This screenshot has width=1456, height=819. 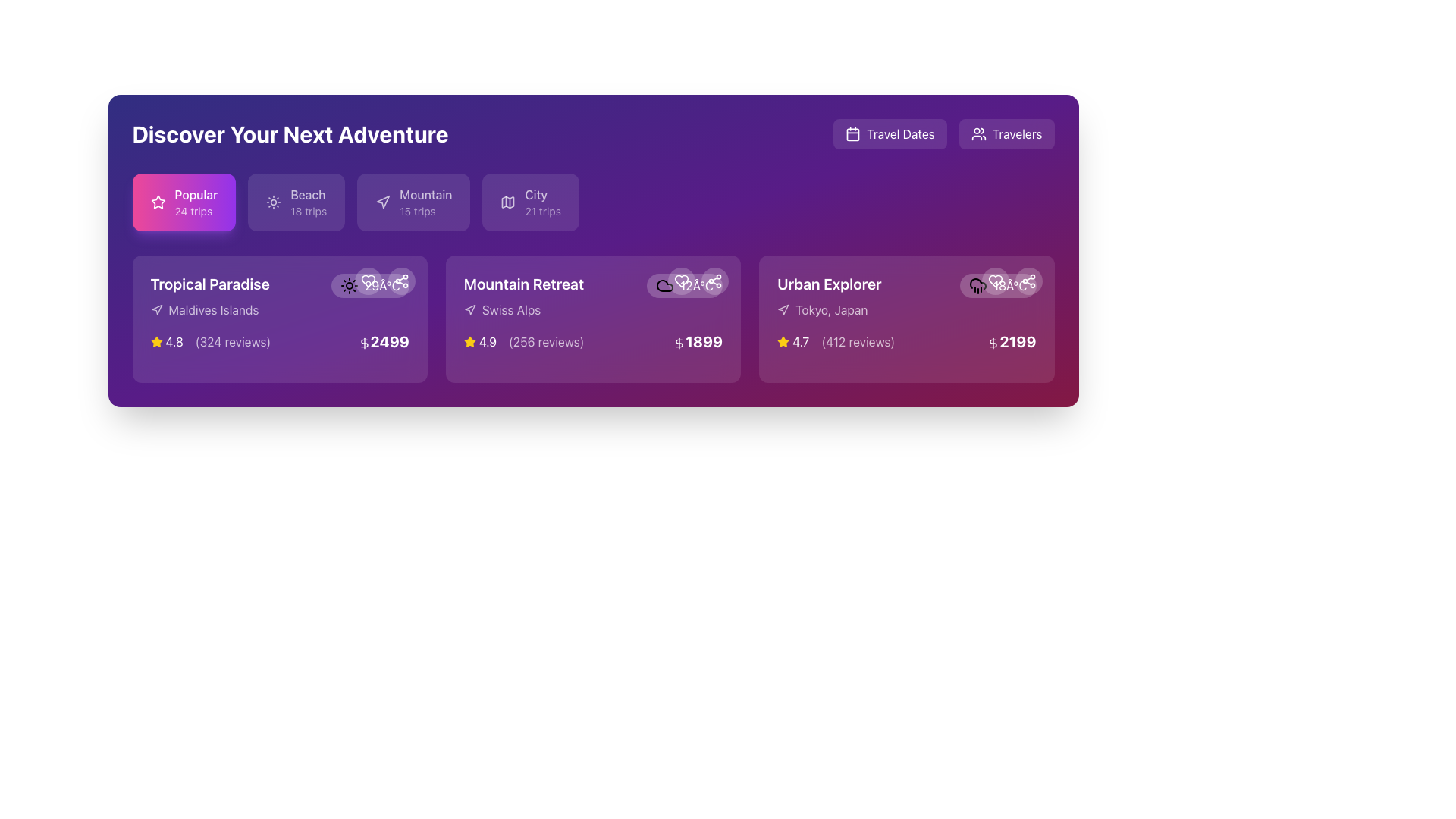 I want to click on the outlined triangular arrow icon located in the top right corner of the 'Tropical Paradise' trip card, so click(x=156, y=309).